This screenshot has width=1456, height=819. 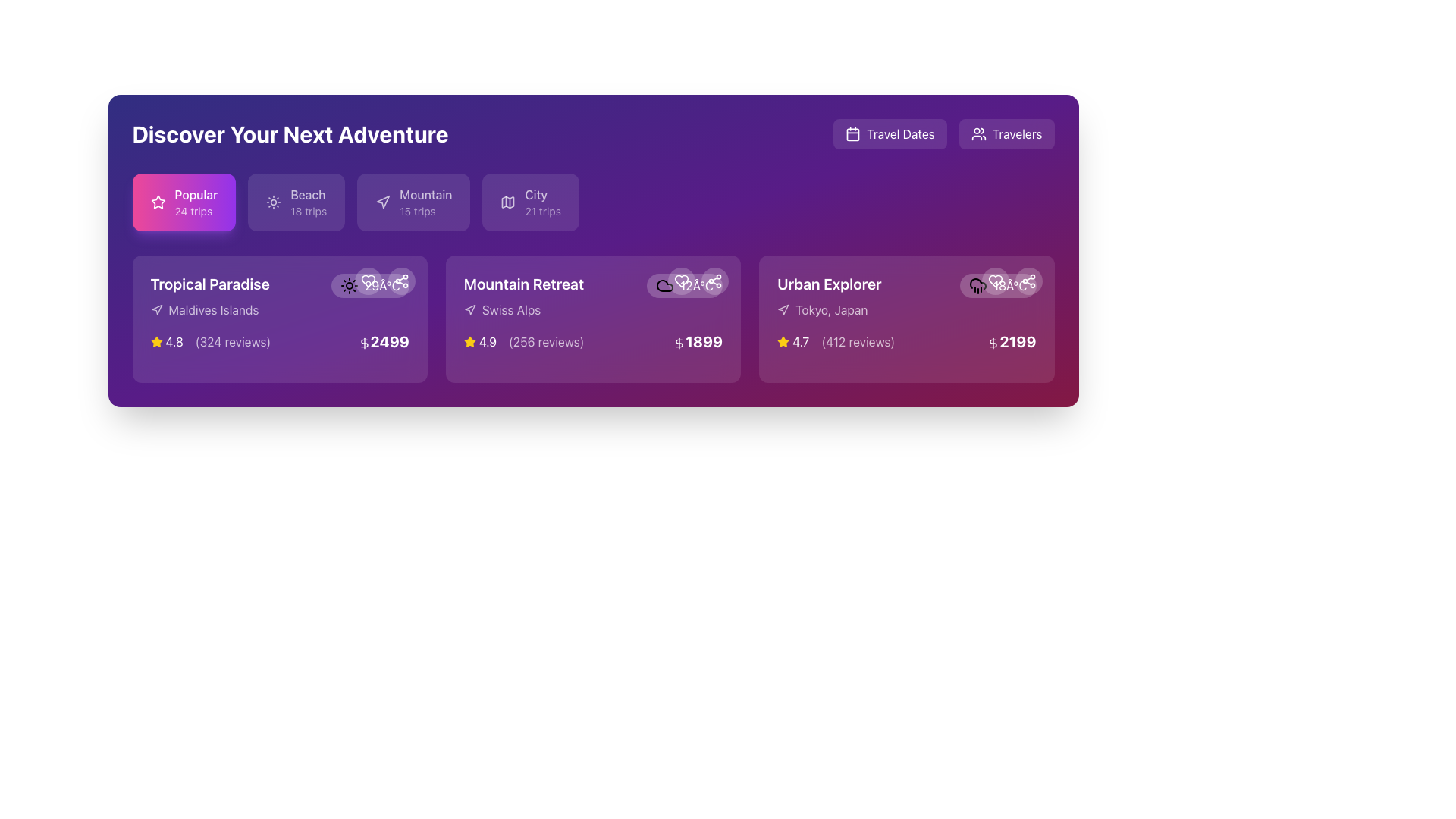 I want to click on the outlined triangular arrow icon located in the top right corner of the 'Tropical Paradise' trip card, so click(x=156, y=309).